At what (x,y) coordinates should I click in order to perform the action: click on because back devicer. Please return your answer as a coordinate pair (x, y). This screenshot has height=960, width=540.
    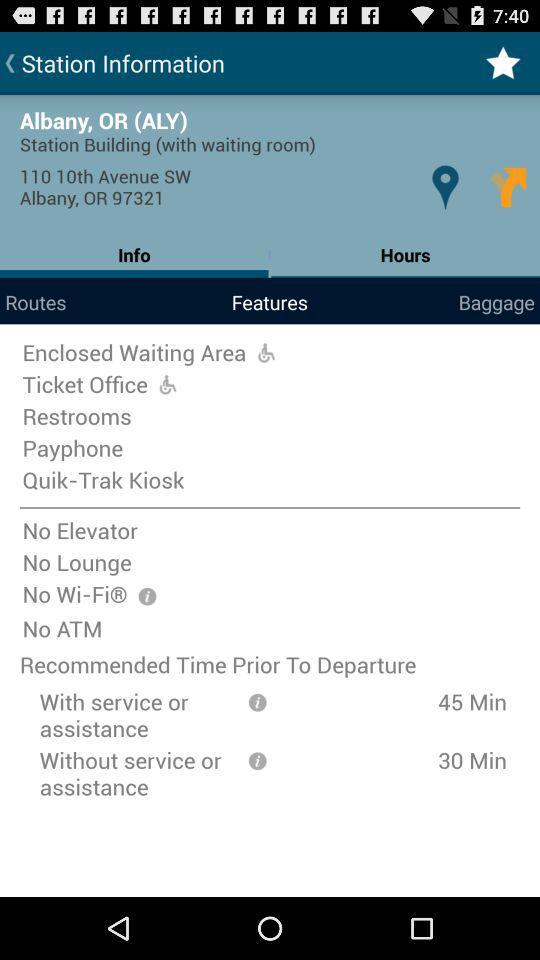
    Looking at the image, I should click on (257, 701).